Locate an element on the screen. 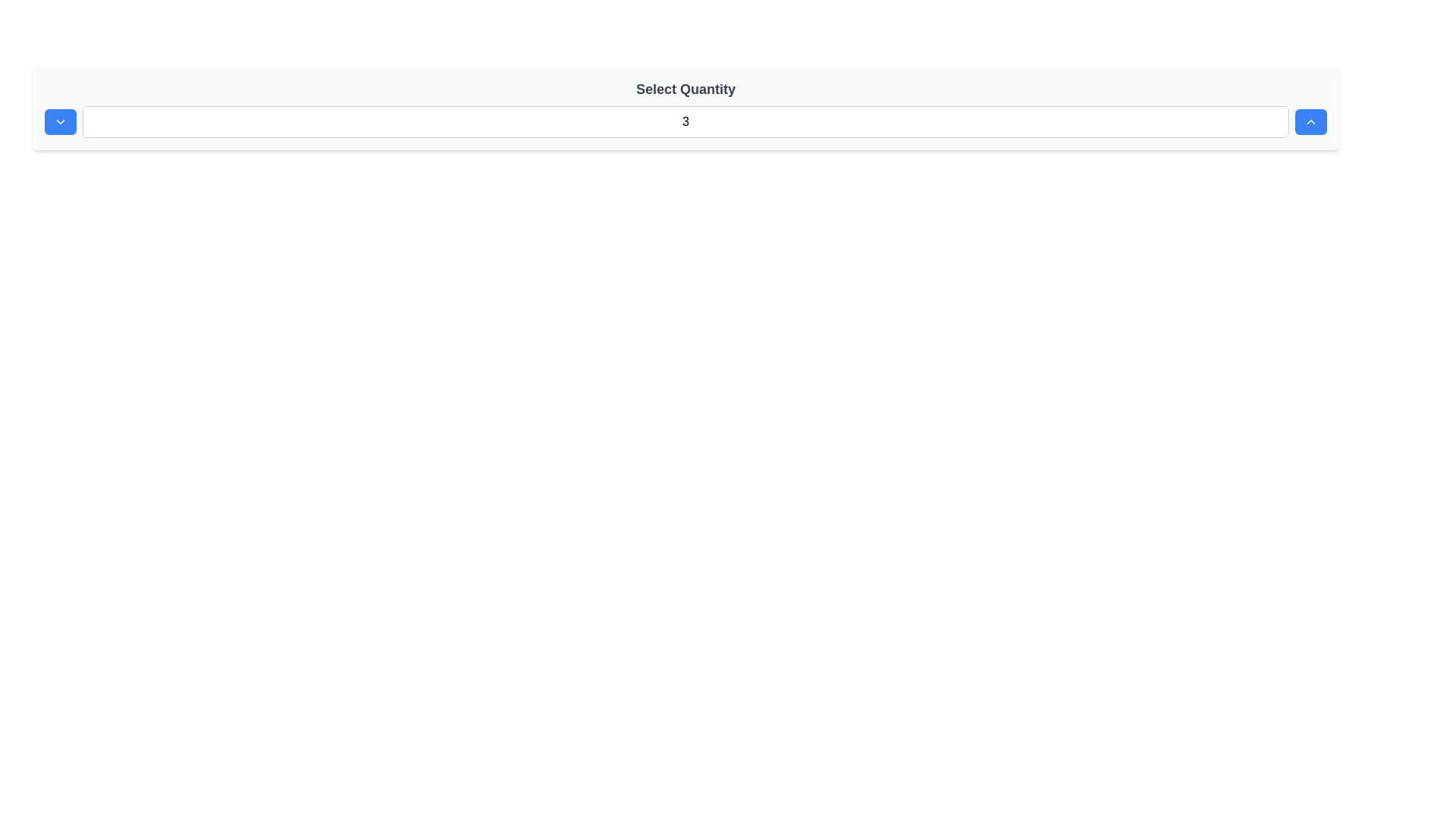 The width and height of the screenshot is (1456, 819). the chevron icon button located within a blue rectangular button with rounded corners is located at coordinates (1310, 121).